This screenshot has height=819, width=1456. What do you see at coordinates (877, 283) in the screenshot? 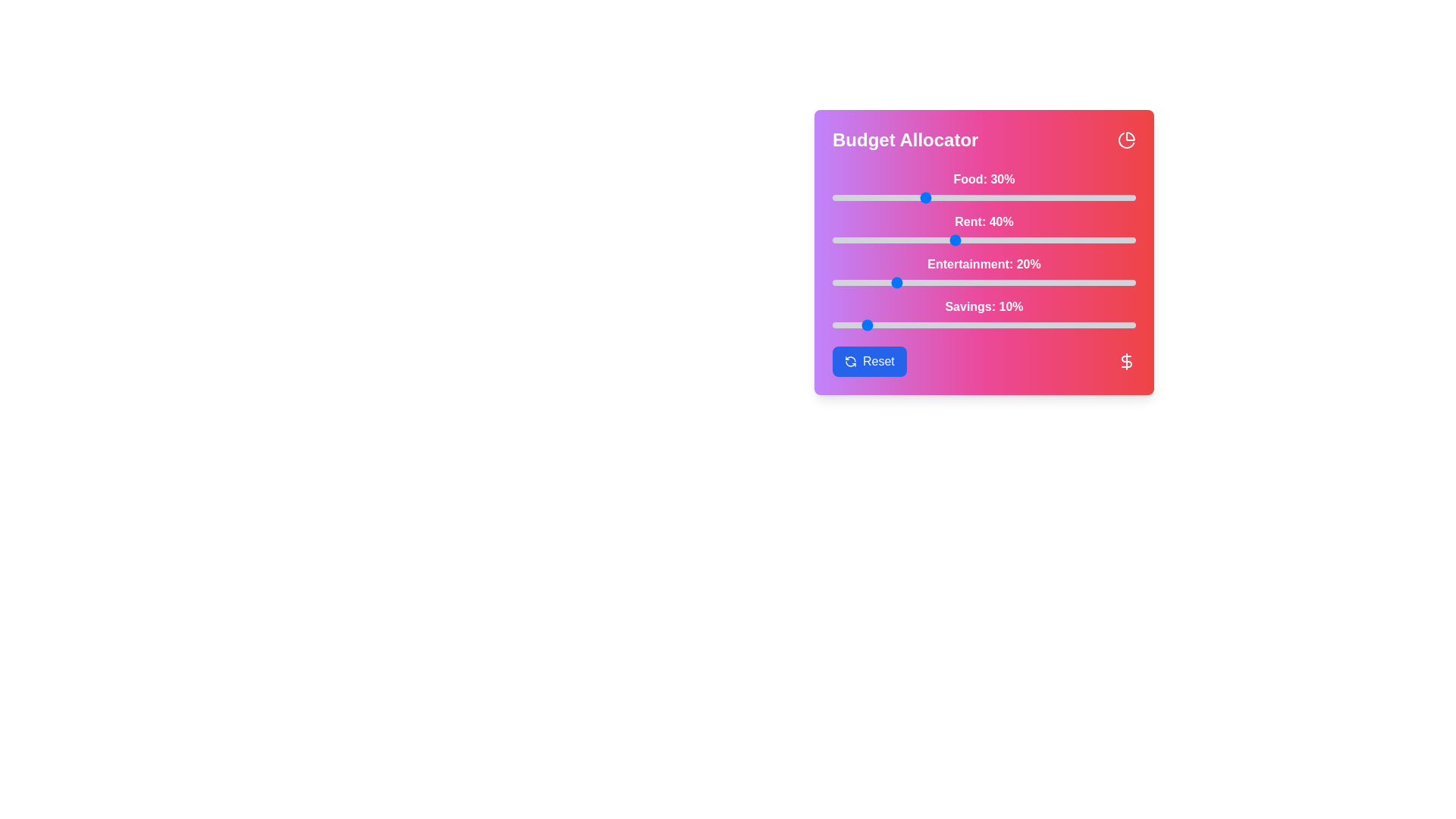
I see `the slider value` at bounding box center [877, 283].